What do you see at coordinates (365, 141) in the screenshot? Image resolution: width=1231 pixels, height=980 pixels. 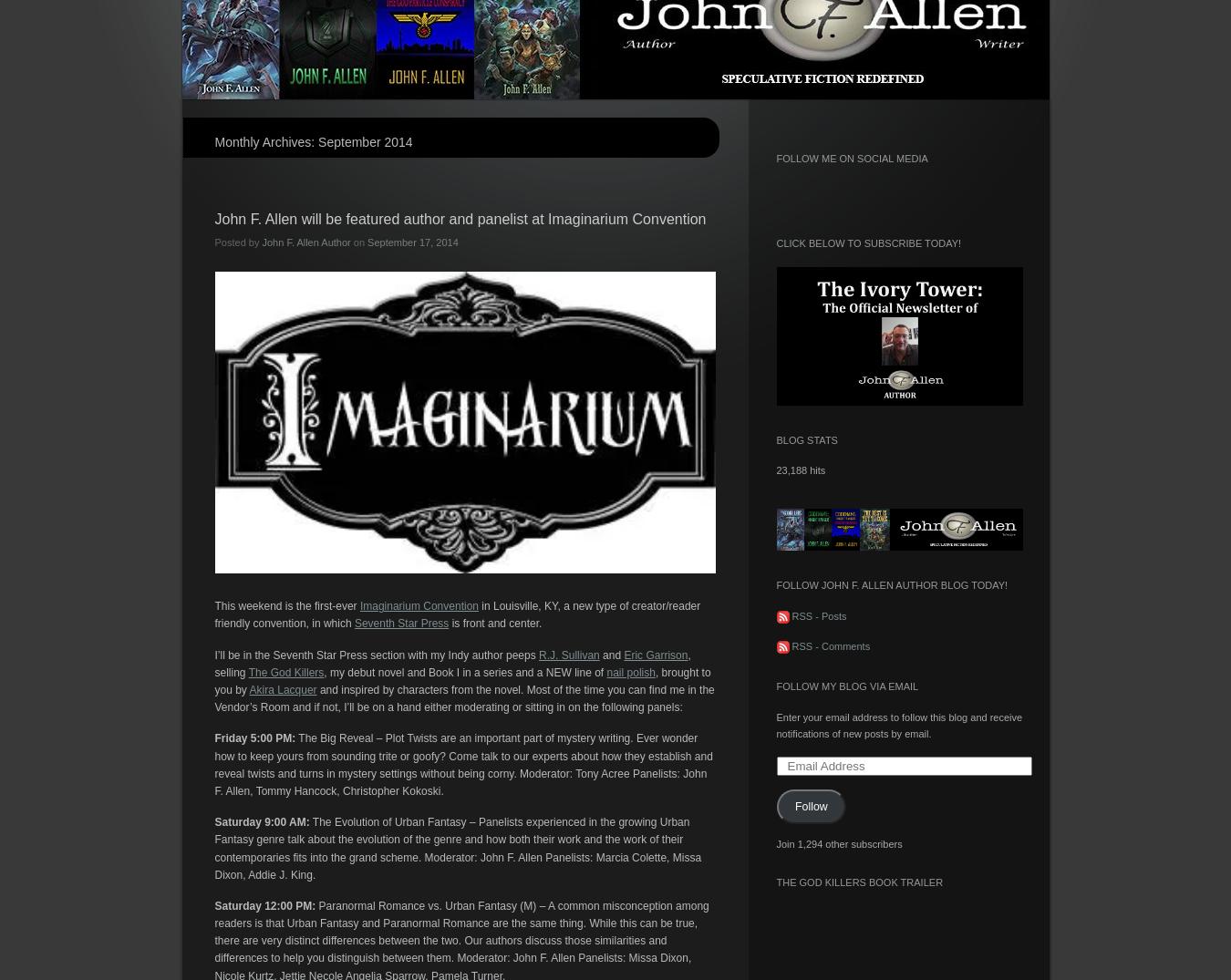 I see `'September 2014'` at bounding box center [365, 141].